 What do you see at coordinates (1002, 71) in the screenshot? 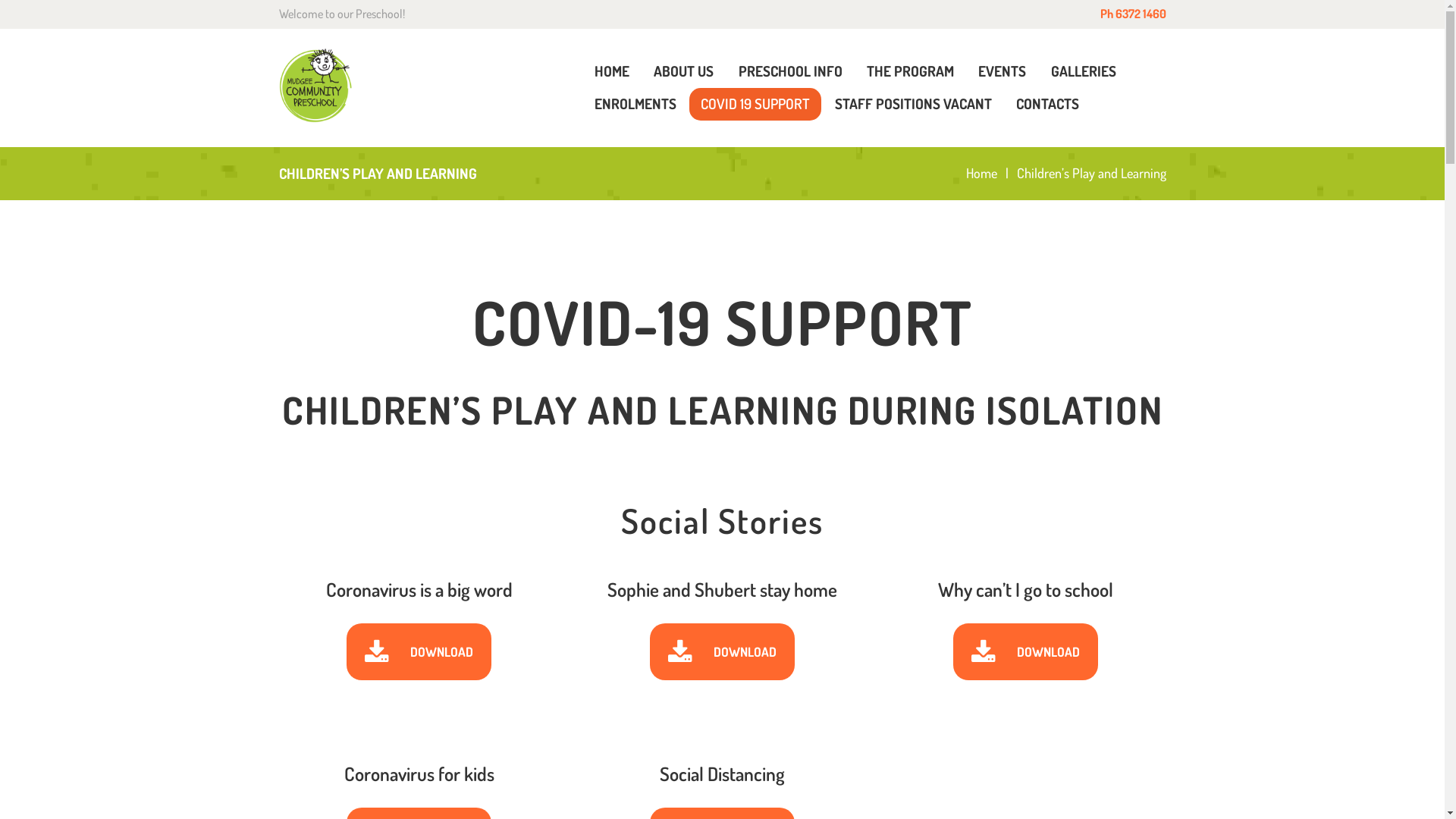
I see `'EVENTS'` at bounding box center [1002, 71].